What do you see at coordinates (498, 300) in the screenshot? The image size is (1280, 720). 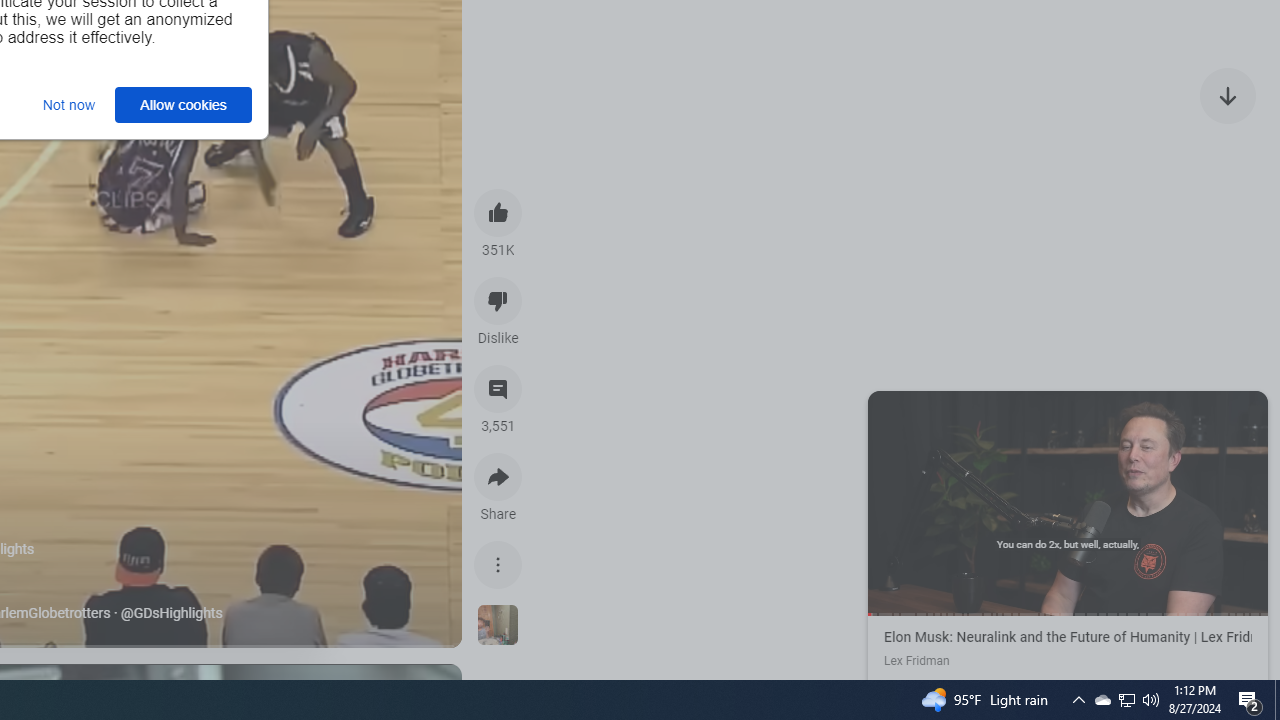 I see `'Dislike this video'` at bounding box center [498, 300].